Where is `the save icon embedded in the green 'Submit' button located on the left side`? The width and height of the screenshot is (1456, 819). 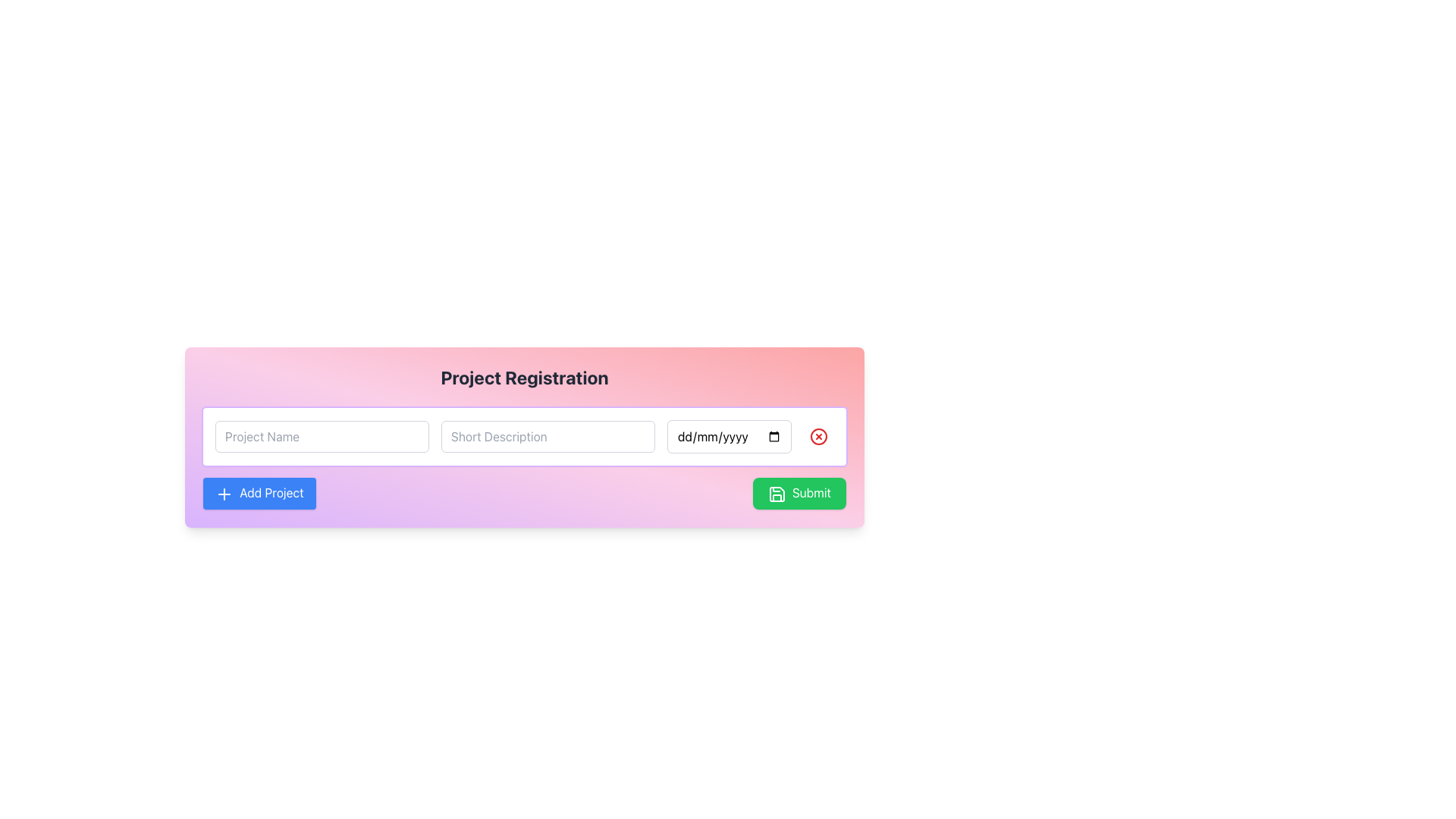
the save icon embedded in the green 'Submit' button located on the left side is located at coordinates (777, 494).